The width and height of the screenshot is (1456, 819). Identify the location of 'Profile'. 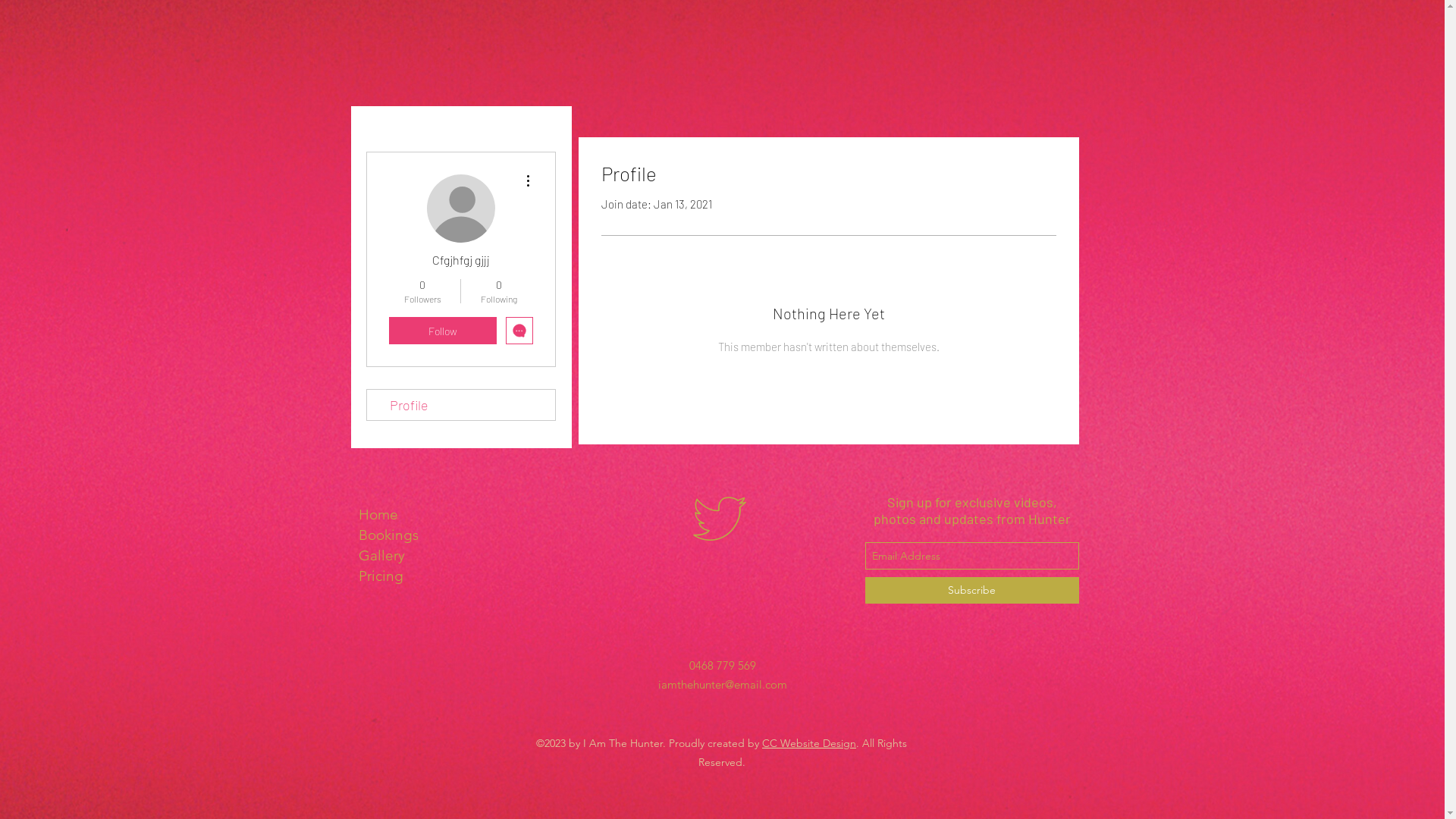
(367, 403).